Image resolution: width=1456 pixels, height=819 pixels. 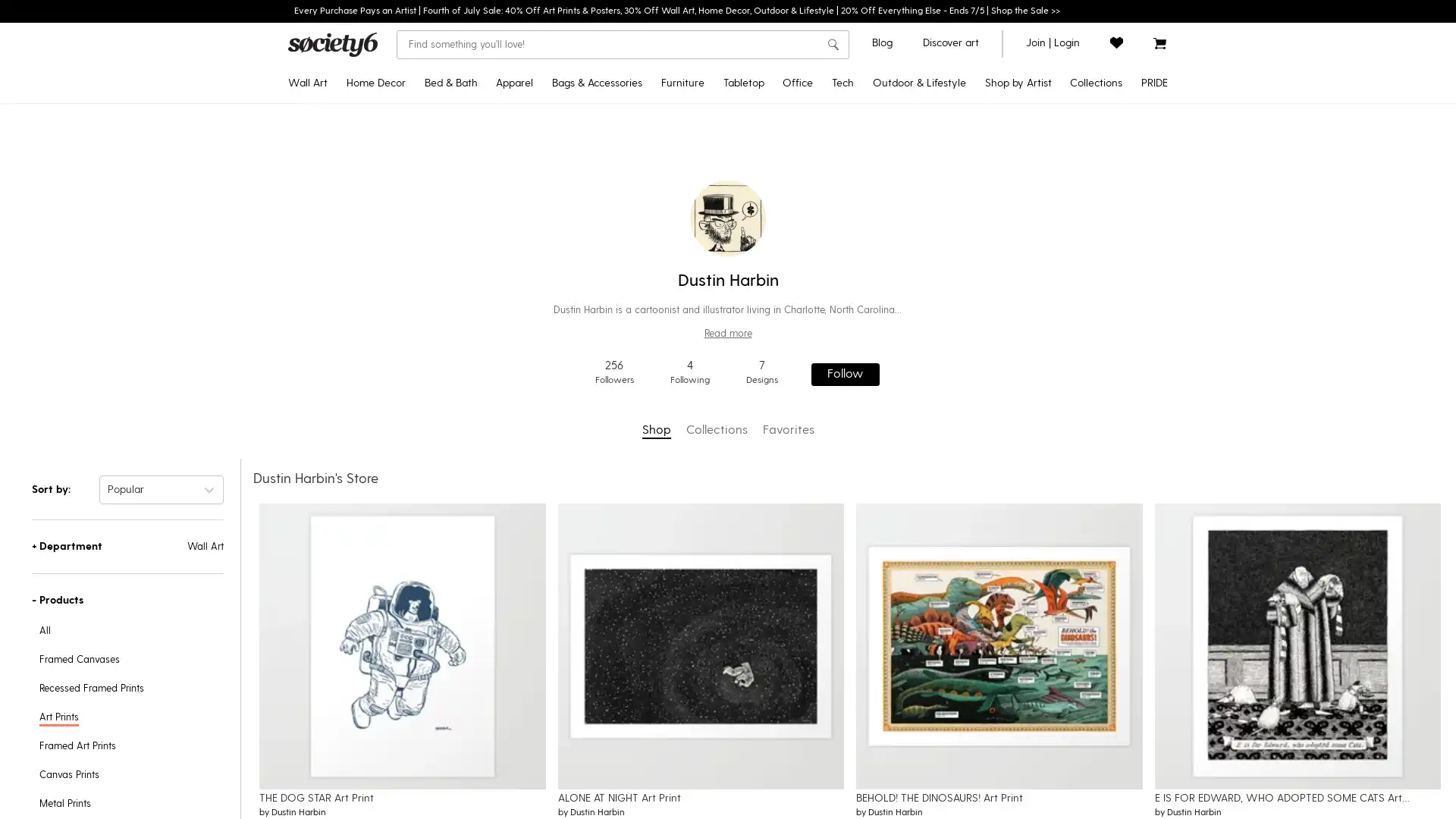 What do you see at coordinates (939, 121) in the screenshot?
I see `Outdoor RugsNEW` at bounding box center [939, 121].